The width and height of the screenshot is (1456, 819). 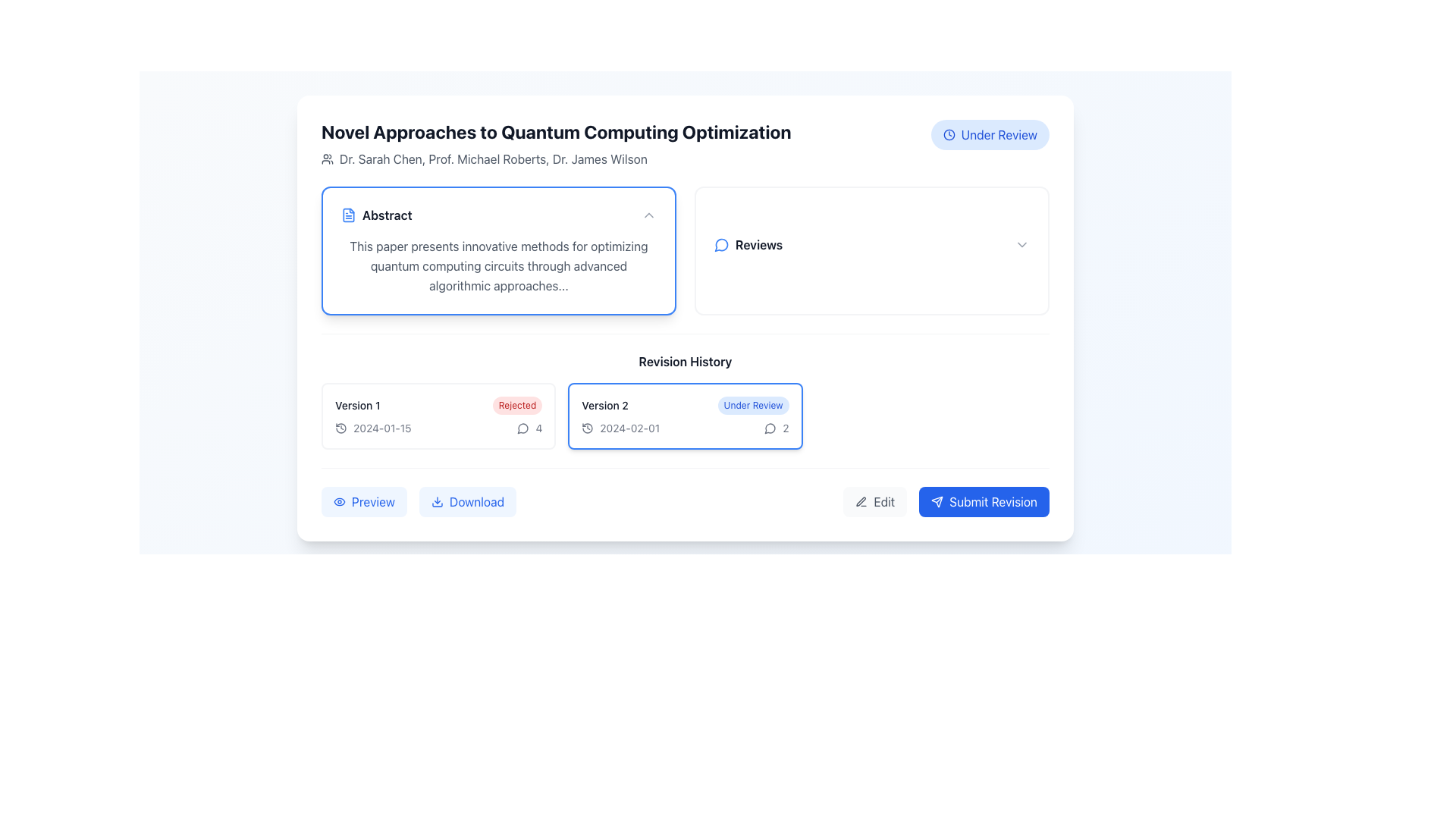 What do you see at coordinates (467, 502) in the screenshot?
I see `the download button located in the lower section of the interface, to the right of the 'Preview' button` at bounding box center [467, 502].